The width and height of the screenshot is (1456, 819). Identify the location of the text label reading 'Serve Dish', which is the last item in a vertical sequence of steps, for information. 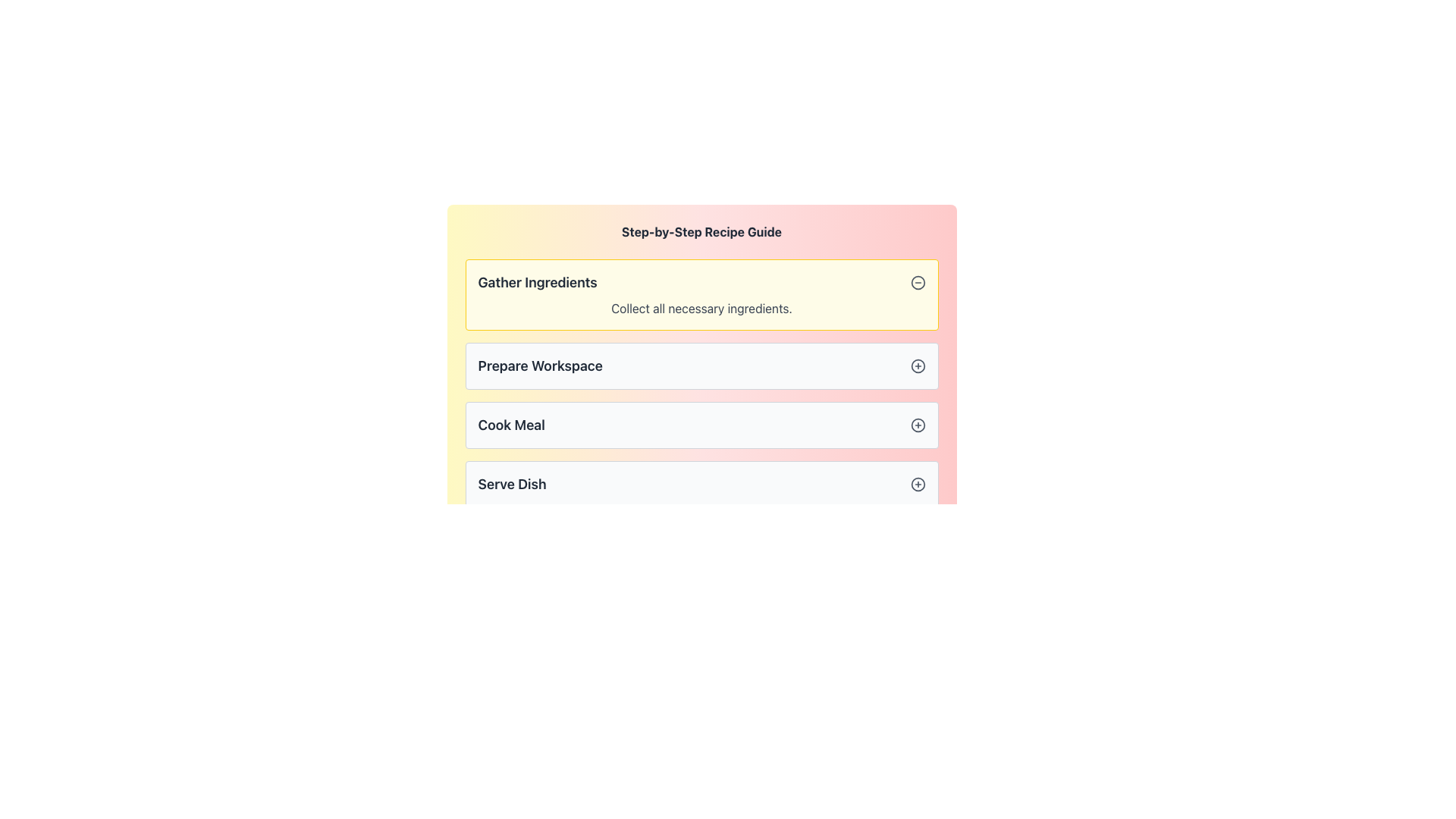
(512, 485).